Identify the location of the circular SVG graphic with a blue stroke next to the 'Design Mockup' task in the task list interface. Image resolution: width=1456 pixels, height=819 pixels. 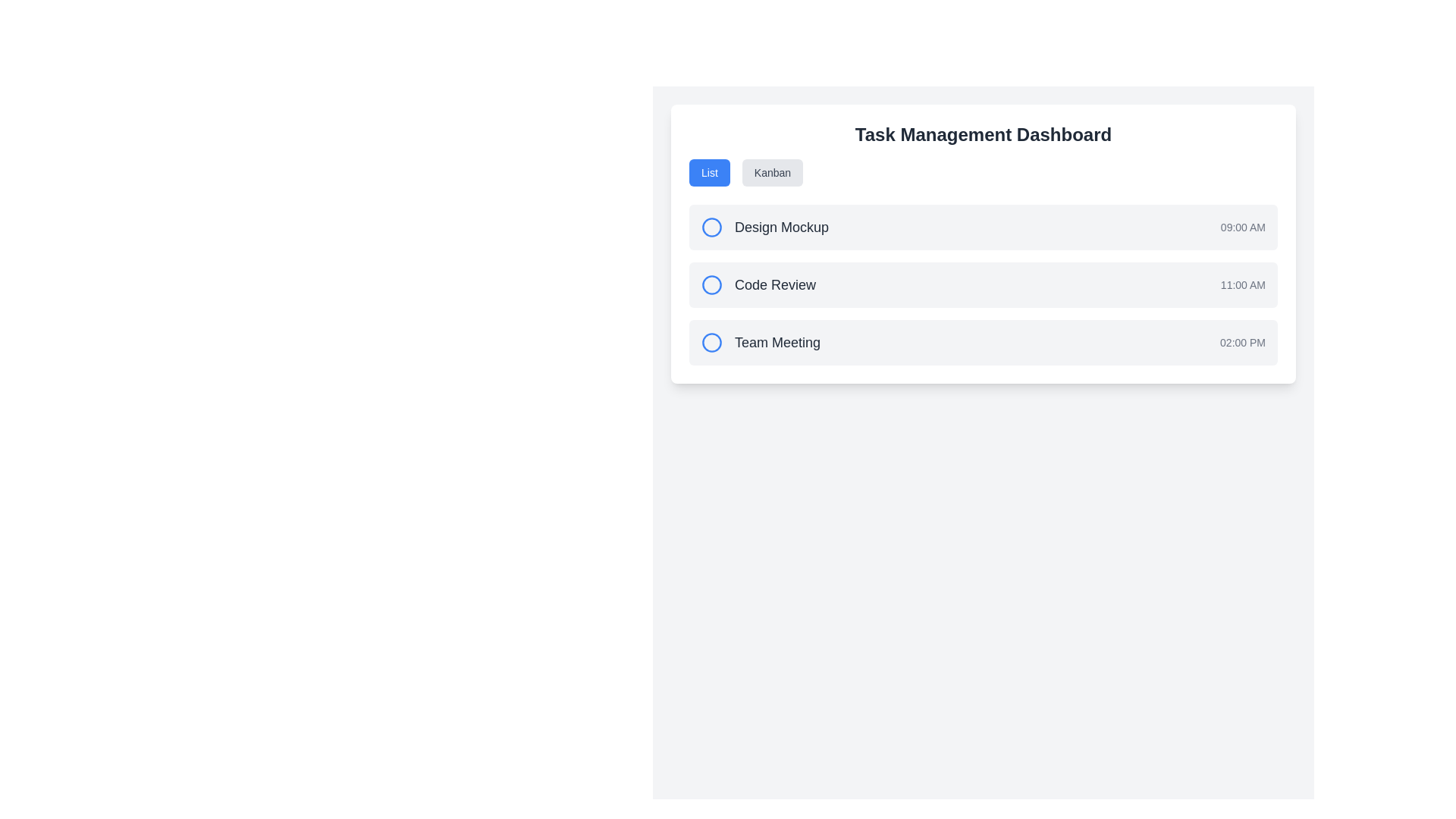
(711, 227).